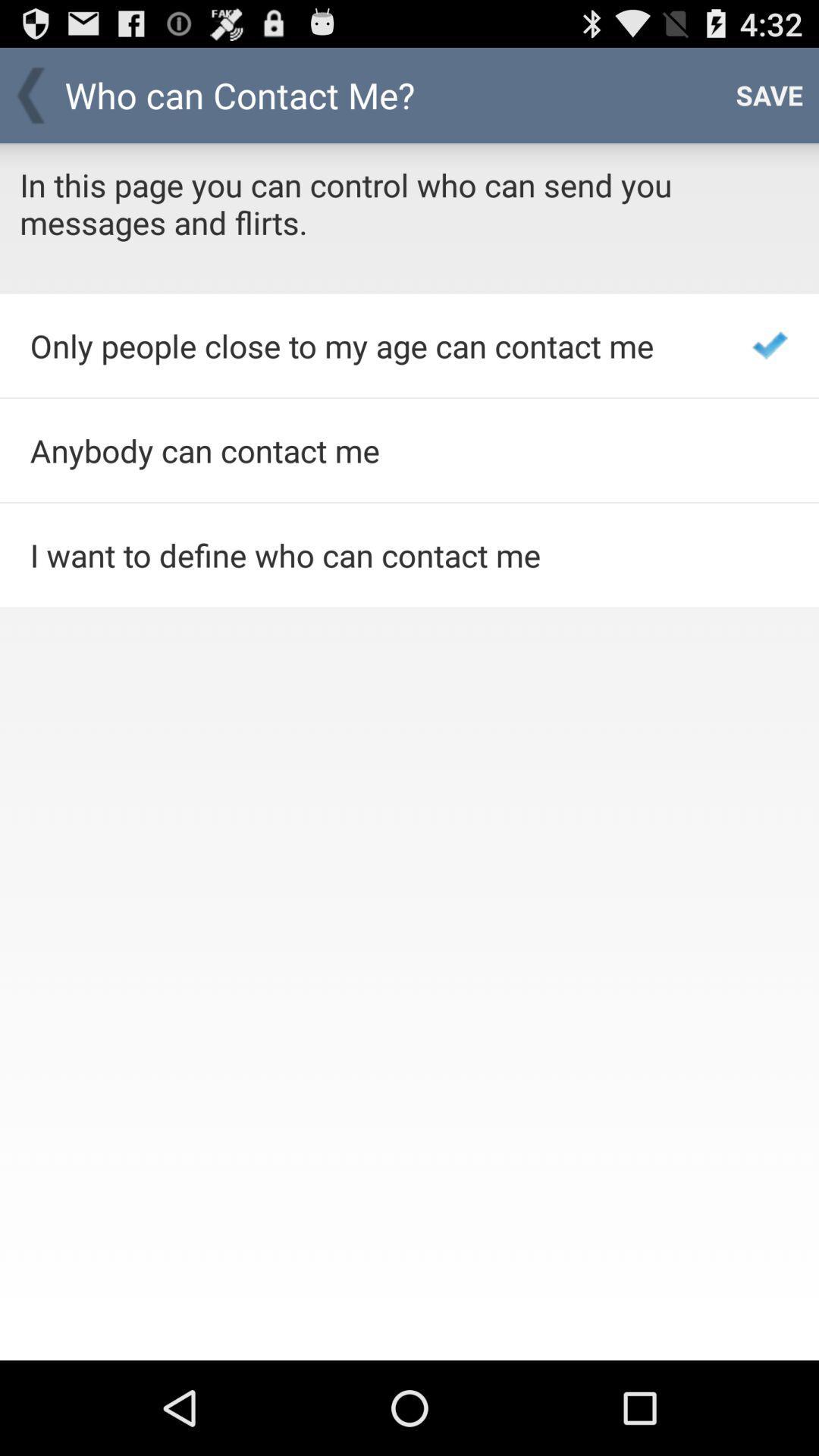  What do you see at coordinates (769, 94) in the screenshot?
I see `app to the right of the who can contact item` at bounding box center [769, 94].